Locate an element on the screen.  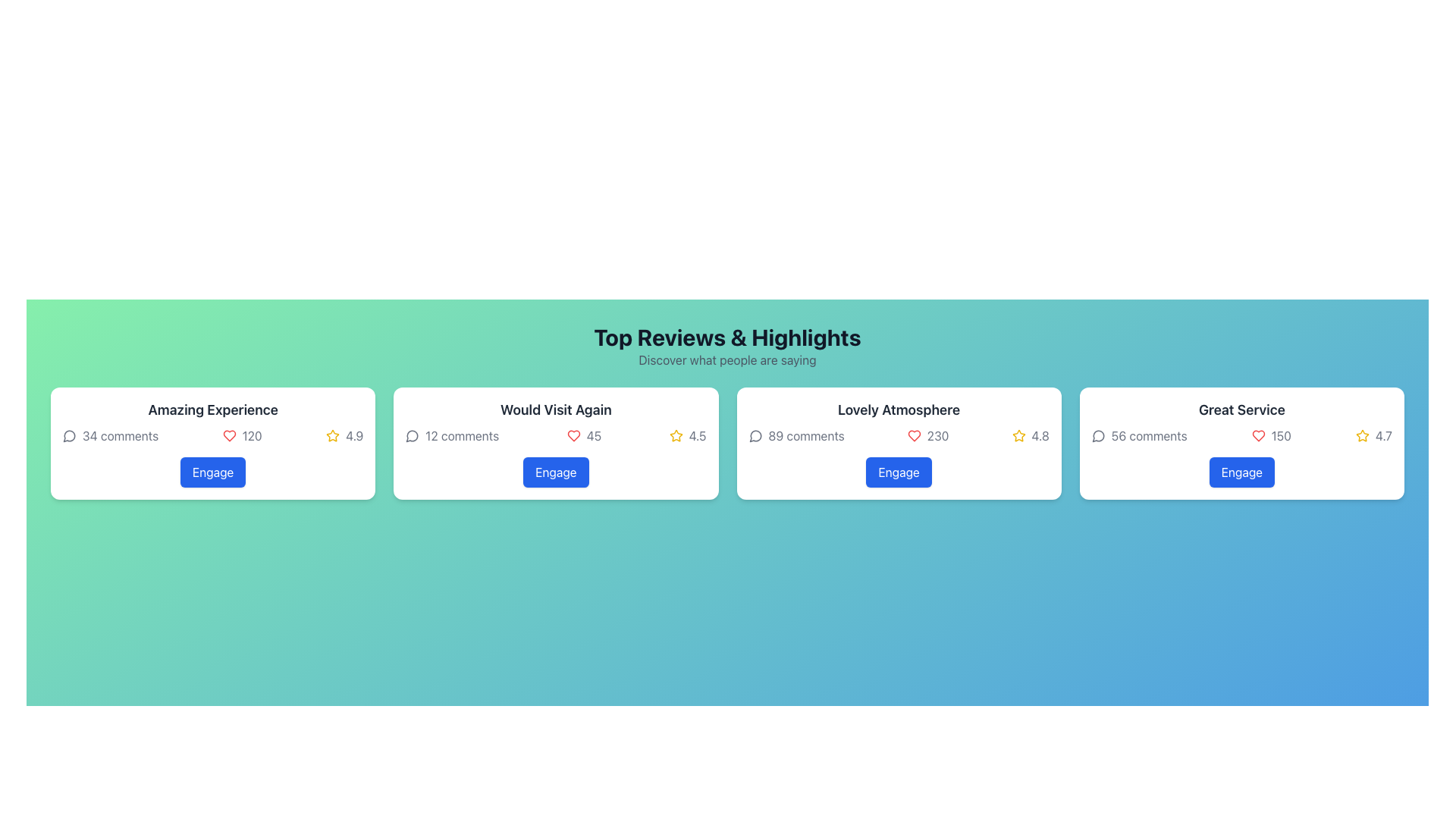
the comments icon located in the third card from the left under 'Top Reviews & Highlights', adjacent to the text '89 comments' is located at coordinates (755, 435).